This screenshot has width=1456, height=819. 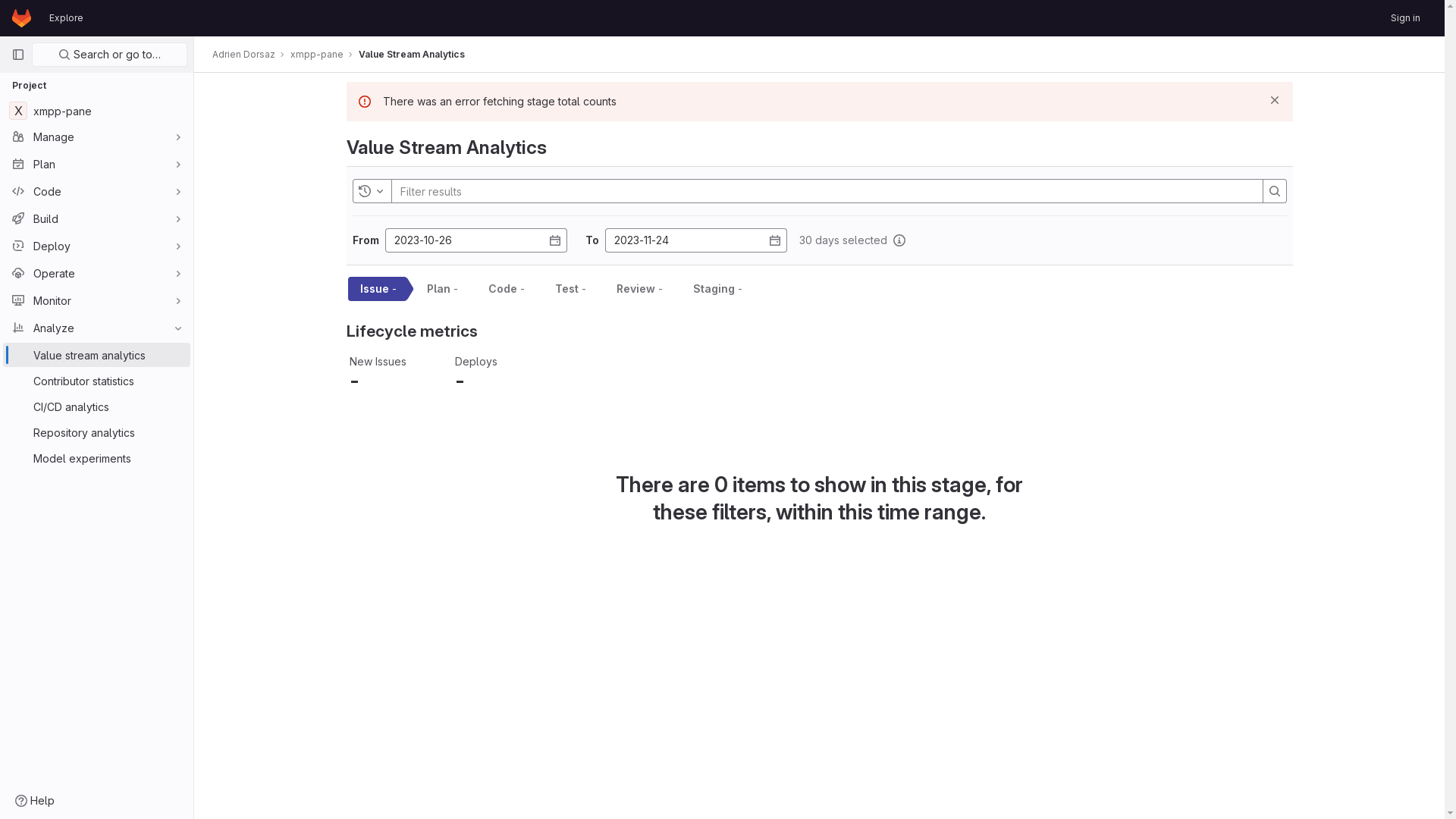 What do you see at coordinates (96, 379) in the screenshot?
I see `'Contributor statistics'` at bounding box center [96, 379].